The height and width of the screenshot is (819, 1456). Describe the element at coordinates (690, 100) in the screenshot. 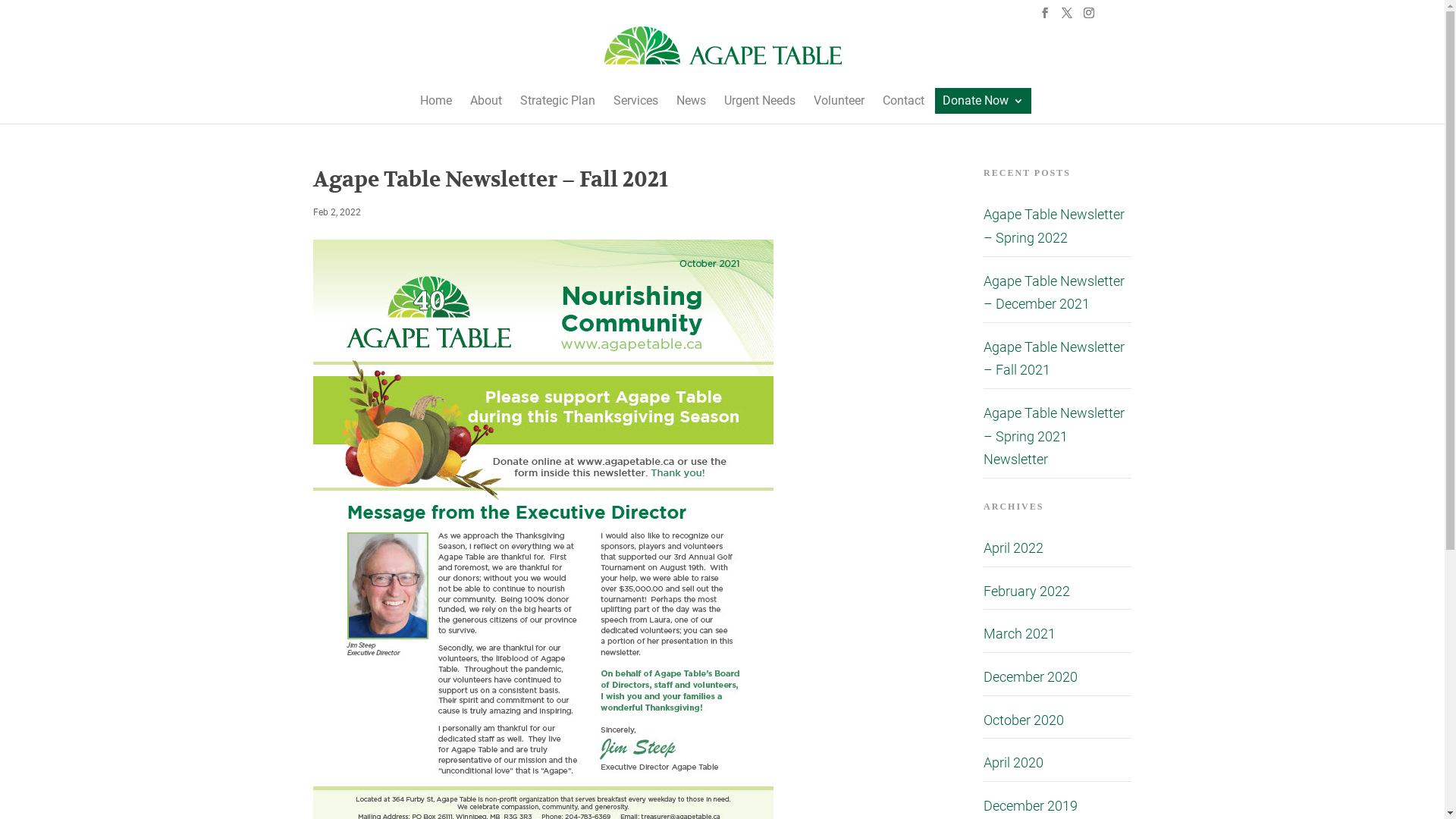

I see `'News'` at that location.